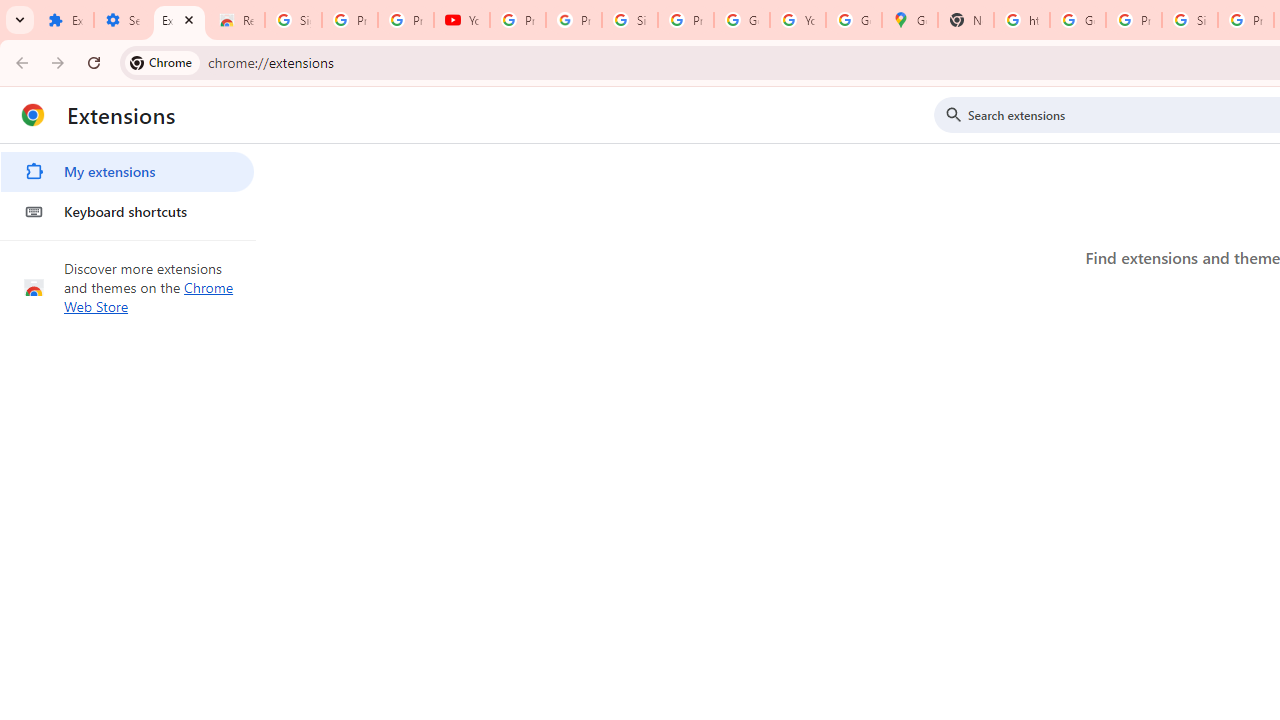 The width and height of the screenshot is (1280, 720). What do you see at coordinates (126, 171) in the screenshot?
I see `'My extensions'` at bounding box center [126, 171].